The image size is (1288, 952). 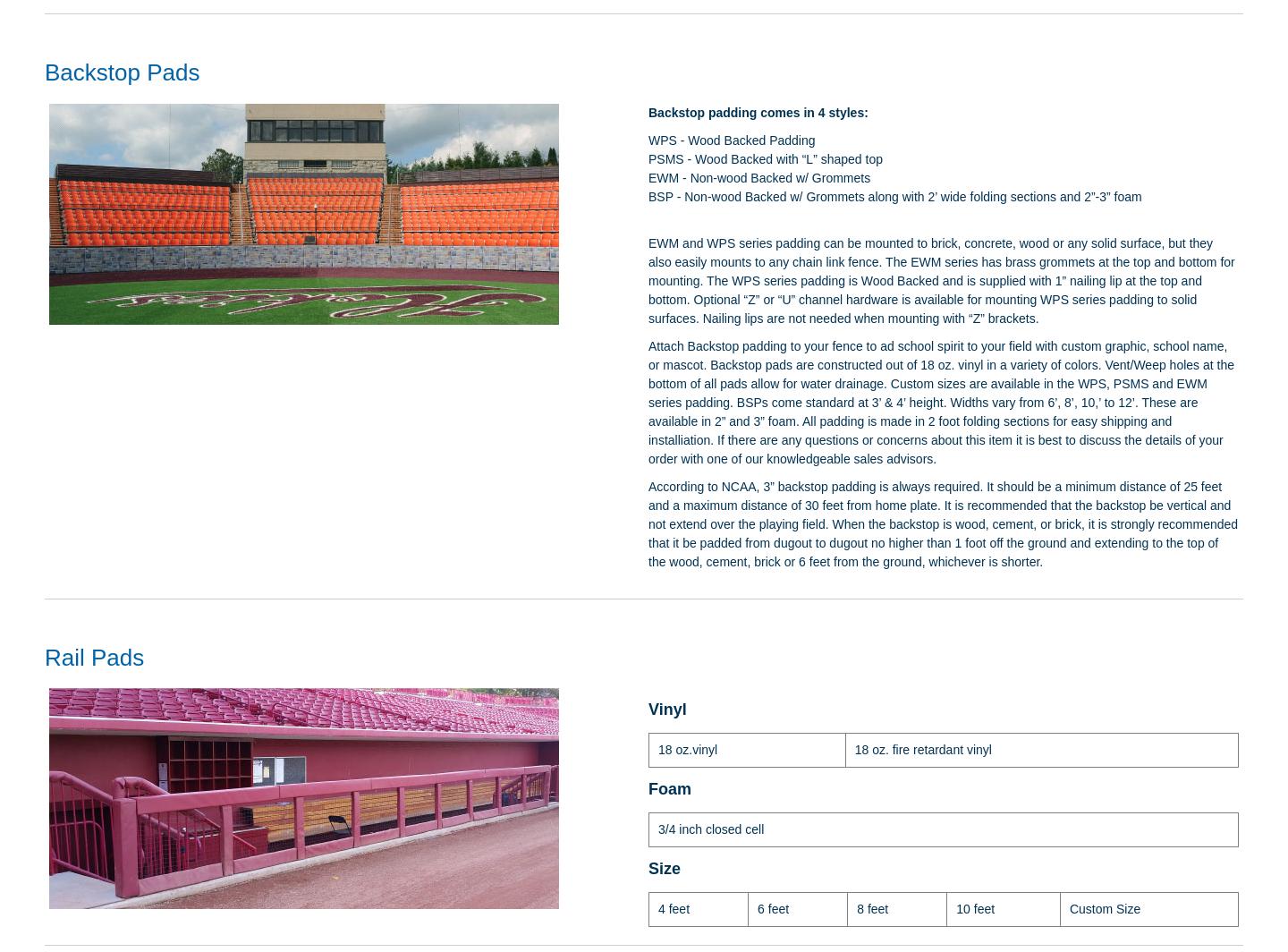 What do you see at coordinates (943, 523) in the screenshot?
I see `'According to NCAA, 3” backstop padding is always required. It should be a minimum distance of 25 feet and a maximum distance of 30 feet from home plate. It is recommended that the backstop be vertical and not extend over the playing field. When the backstop is wood, cement, or brick, it is strongly recommended that it be padded from dugout to dugout no higher than 1 foot off the ground and extending to the top of the wood, cement, brick or 6 feet from the ground, whichever is shorter.'` at bounding box center [943, 523].